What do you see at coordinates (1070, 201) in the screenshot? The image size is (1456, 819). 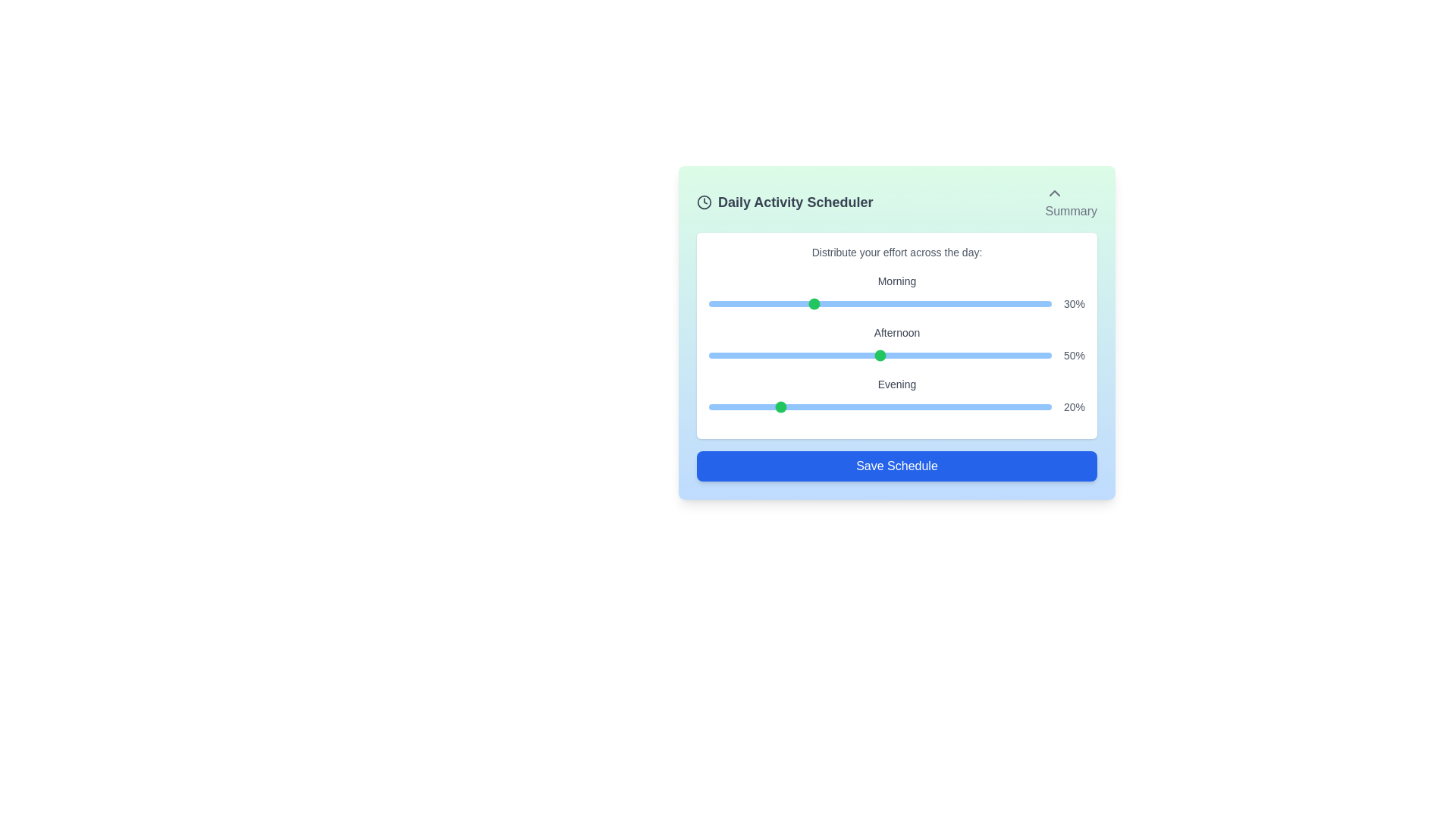 I see `the 'Summary' button to toggle the summary section` at bounding box center [1070, 201].